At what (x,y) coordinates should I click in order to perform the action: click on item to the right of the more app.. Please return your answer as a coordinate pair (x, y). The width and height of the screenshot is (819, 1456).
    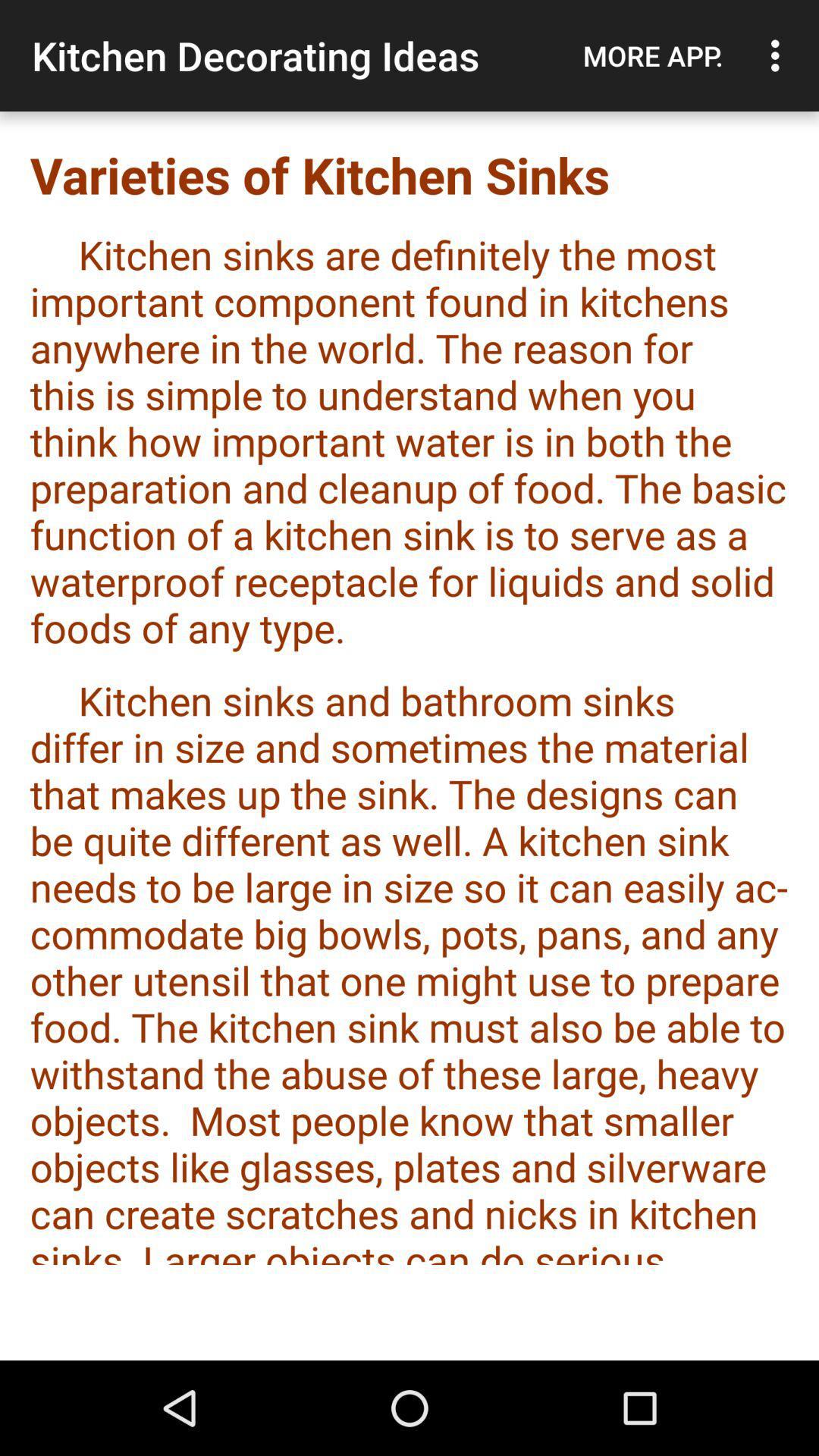
    Looking at the image, I should click on (779, 55).